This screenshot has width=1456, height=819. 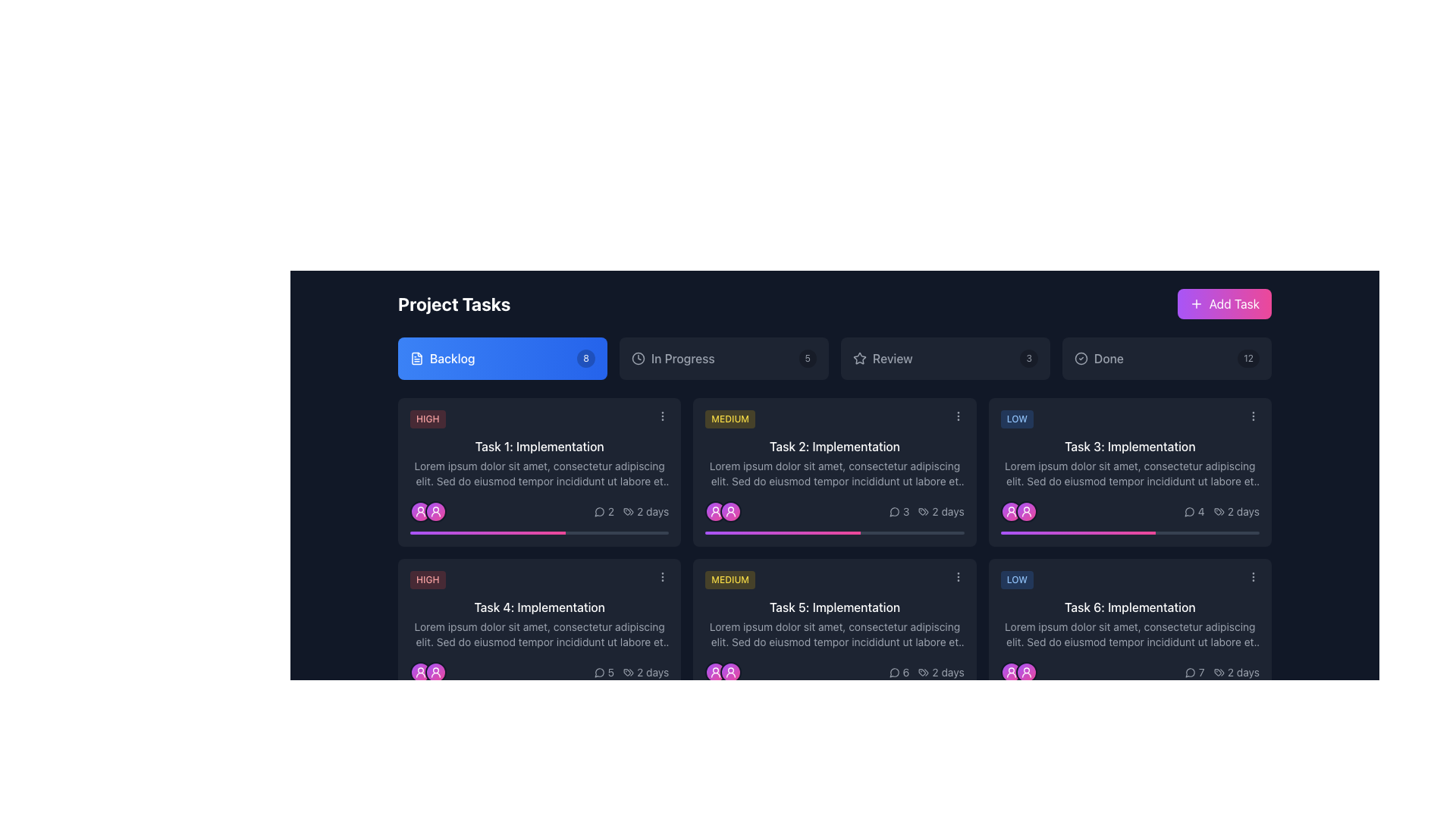 I want to click on the SVG-based icon that visually indicates the addition functionality of the 'Add Task' button, located on the far right of the toolbar, to the left of the 'Add Task' label, so click(x=1195, y=304).